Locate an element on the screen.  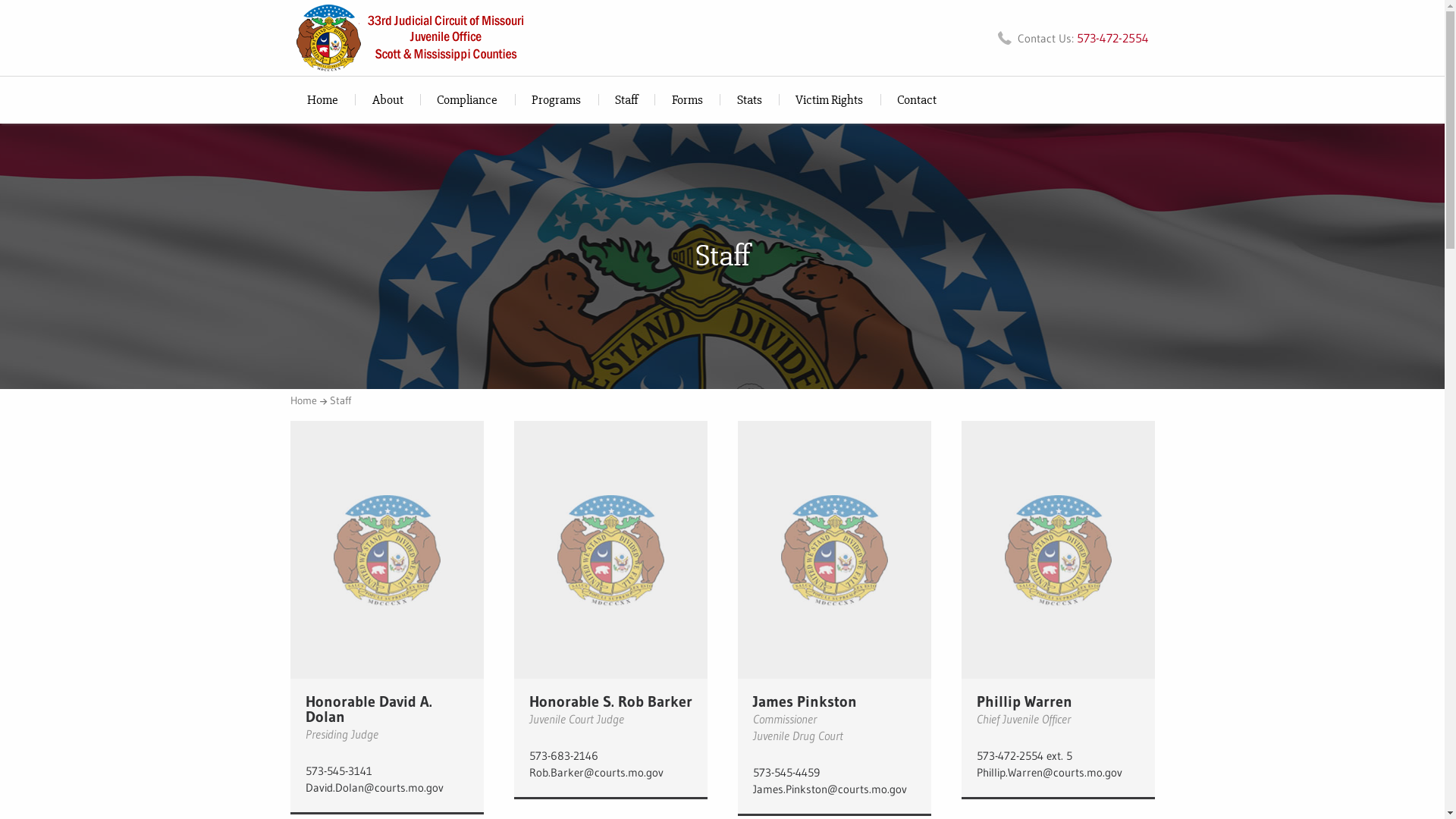
'Forms' is located at coordinates (686, 99).